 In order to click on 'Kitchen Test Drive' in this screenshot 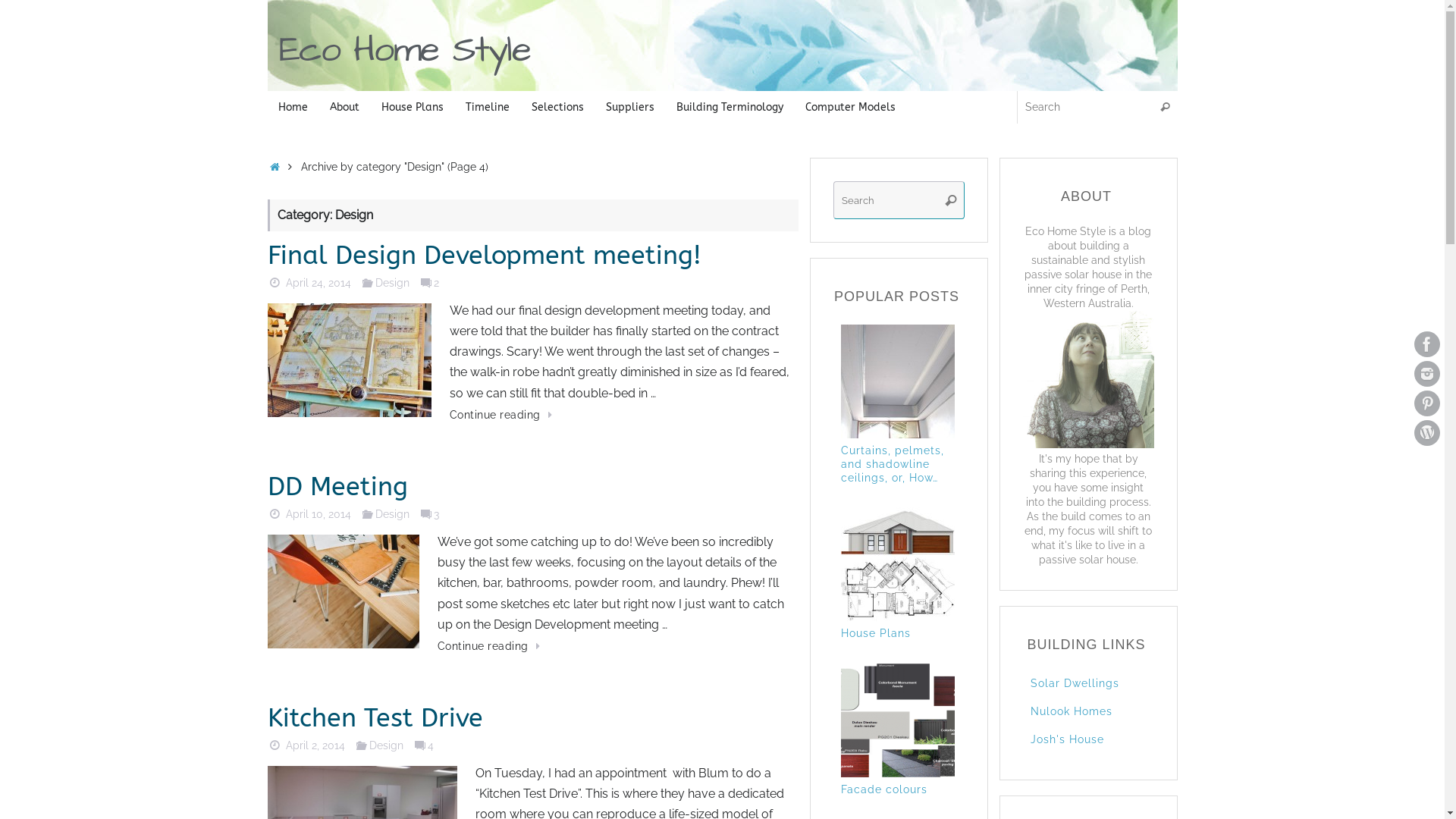, I will do `click(266, 717)`.